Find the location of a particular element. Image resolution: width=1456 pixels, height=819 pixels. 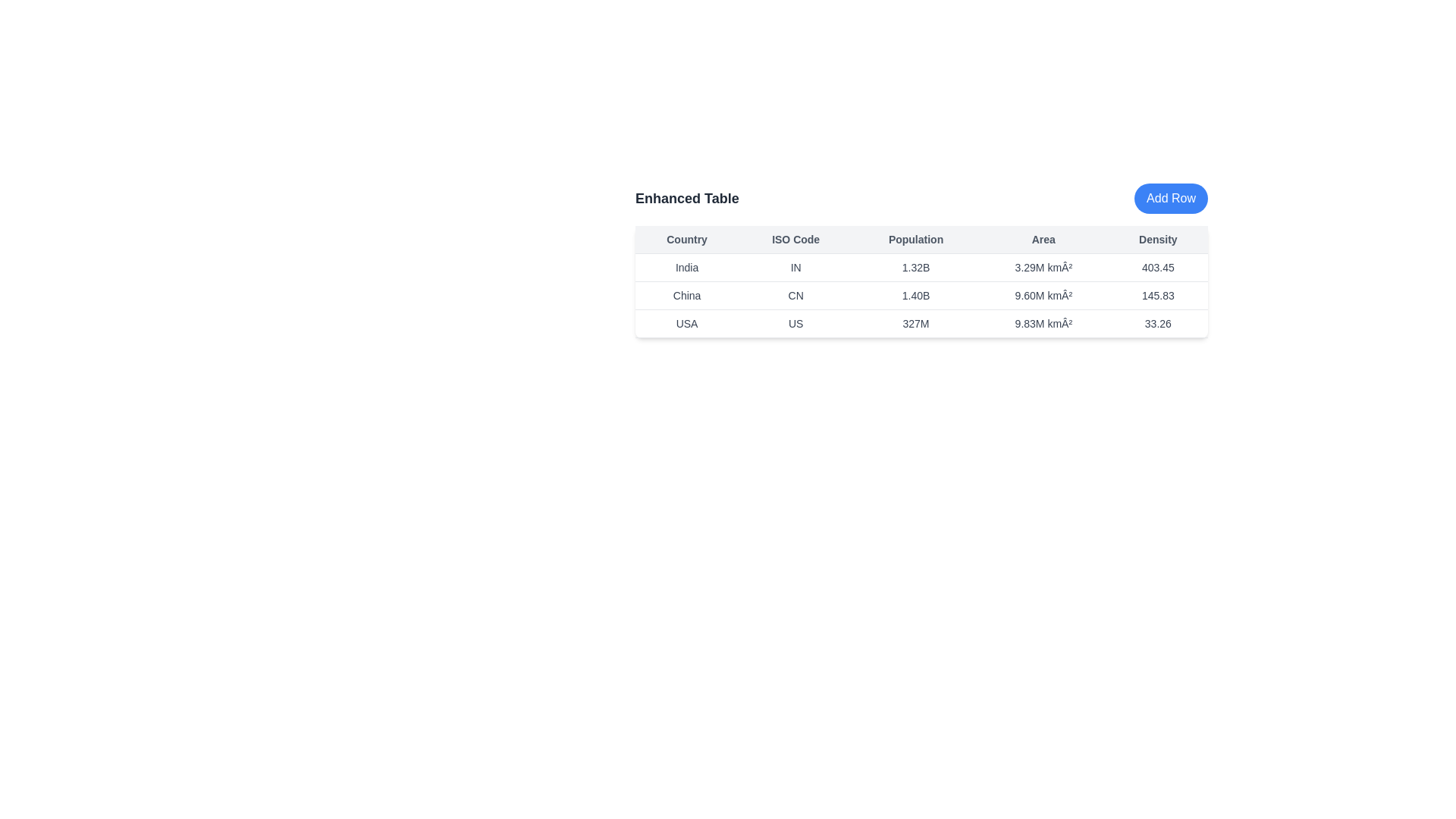

text displayed in the table cell of the 'Density' column showing '403.45' is located at coordinates (1157, 267).